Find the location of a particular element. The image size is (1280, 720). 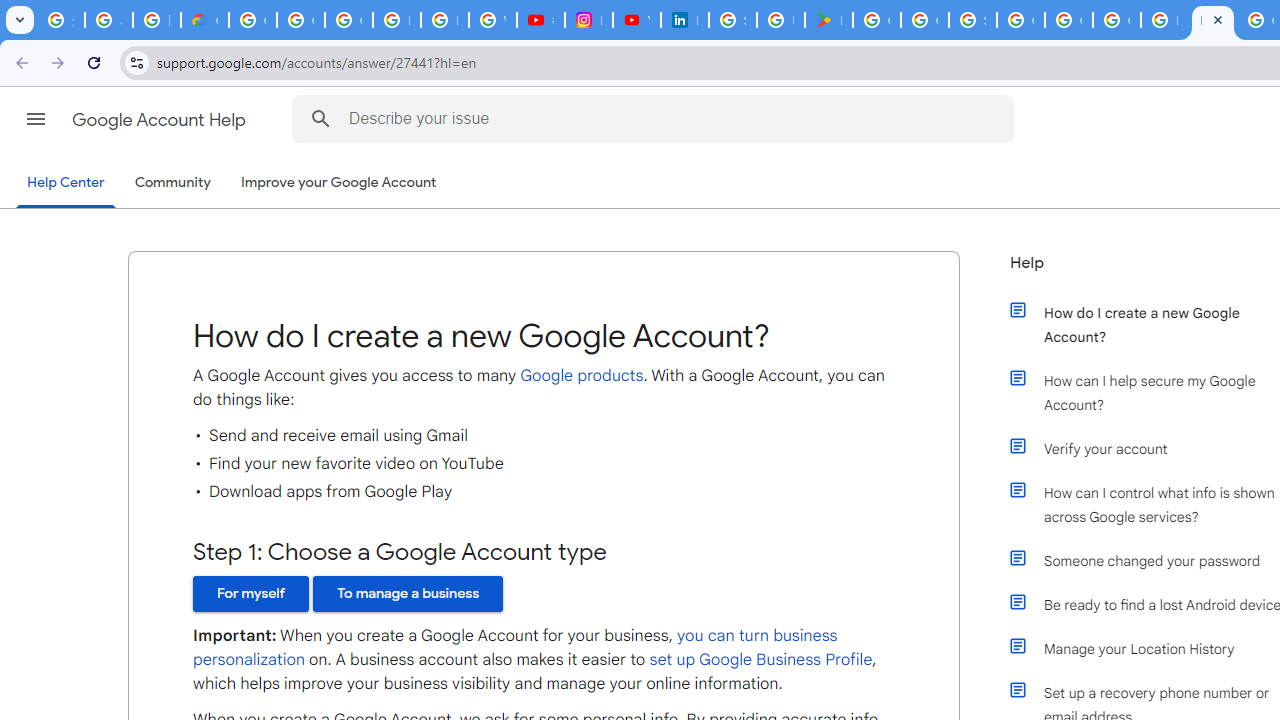

'How do I create a new Google Account? - Google Account Help' is located at coordinates (1164, 20).